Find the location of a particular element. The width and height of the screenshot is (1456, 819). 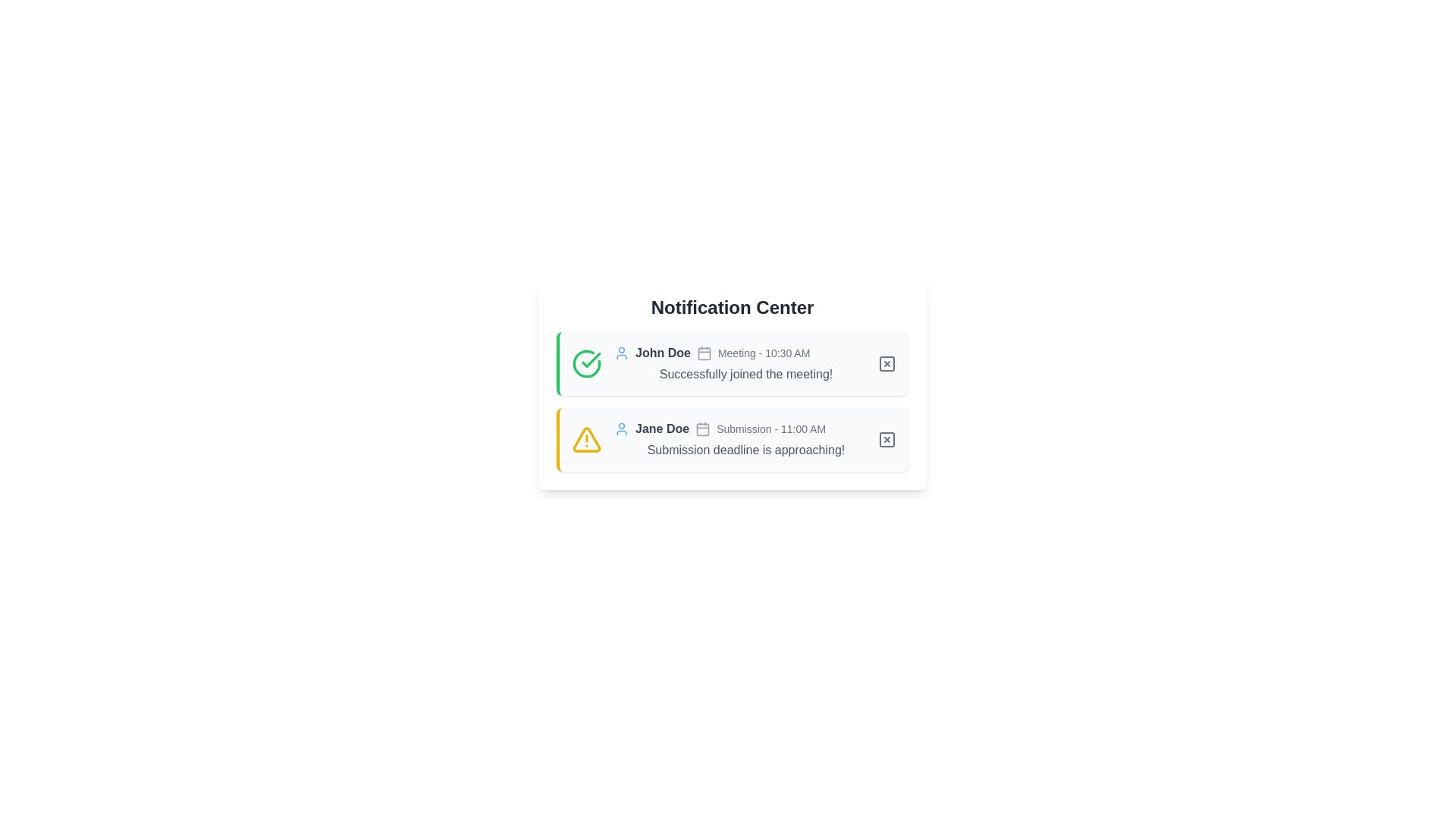

the dismiss button, which is a small gray square icon with an 'X' in the center, located at the top-right corner of the notification card titled 'John Doe Meeting - 10:30 AM' is located at coordinates (887, 363).